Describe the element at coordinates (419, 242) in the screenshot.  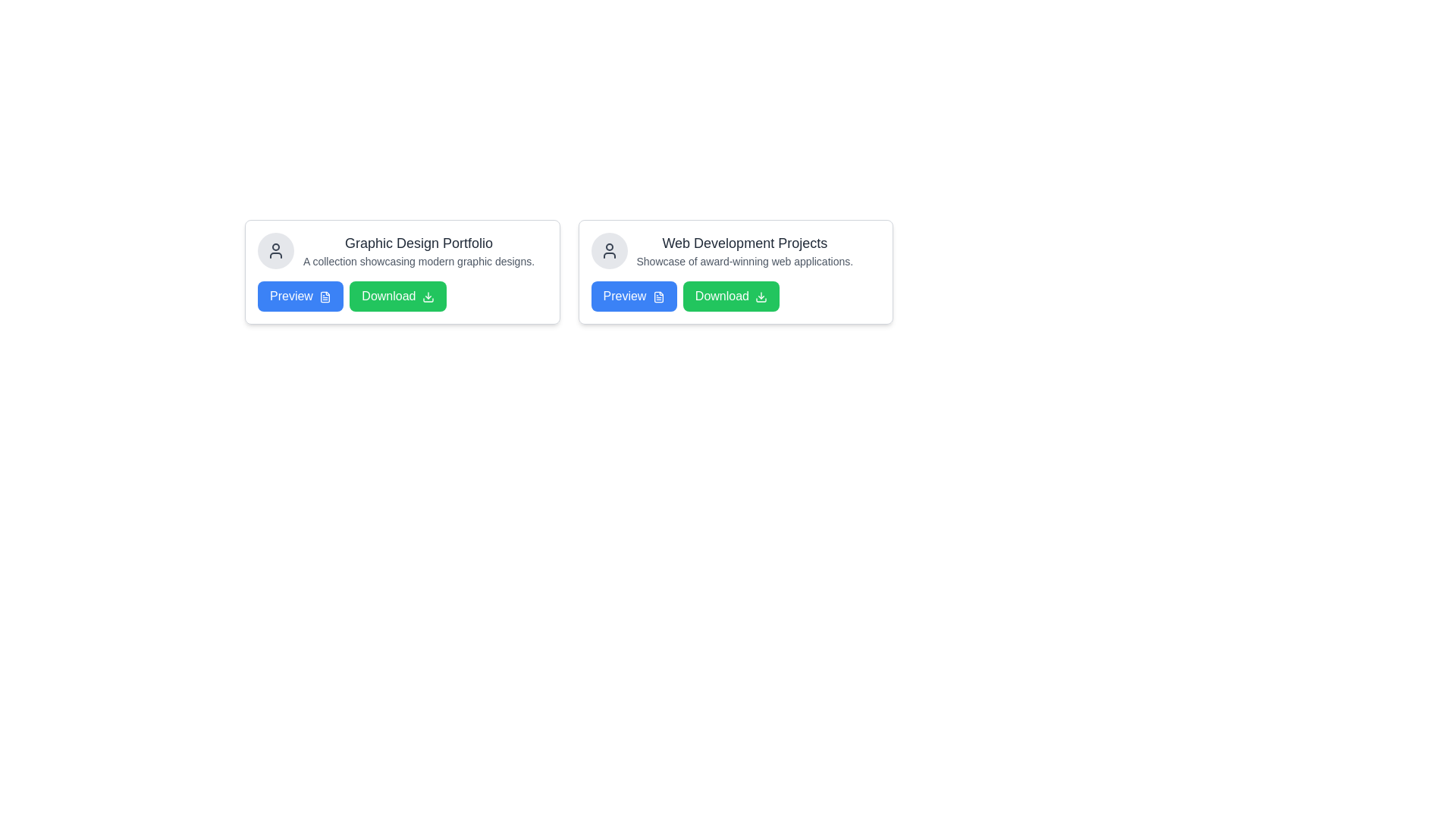
I see `the headline text element displaying 'Graphic Design Portfolio' which is styled in bold, medium-large dark gray font, located at the center-top of the left card layout` at that location.